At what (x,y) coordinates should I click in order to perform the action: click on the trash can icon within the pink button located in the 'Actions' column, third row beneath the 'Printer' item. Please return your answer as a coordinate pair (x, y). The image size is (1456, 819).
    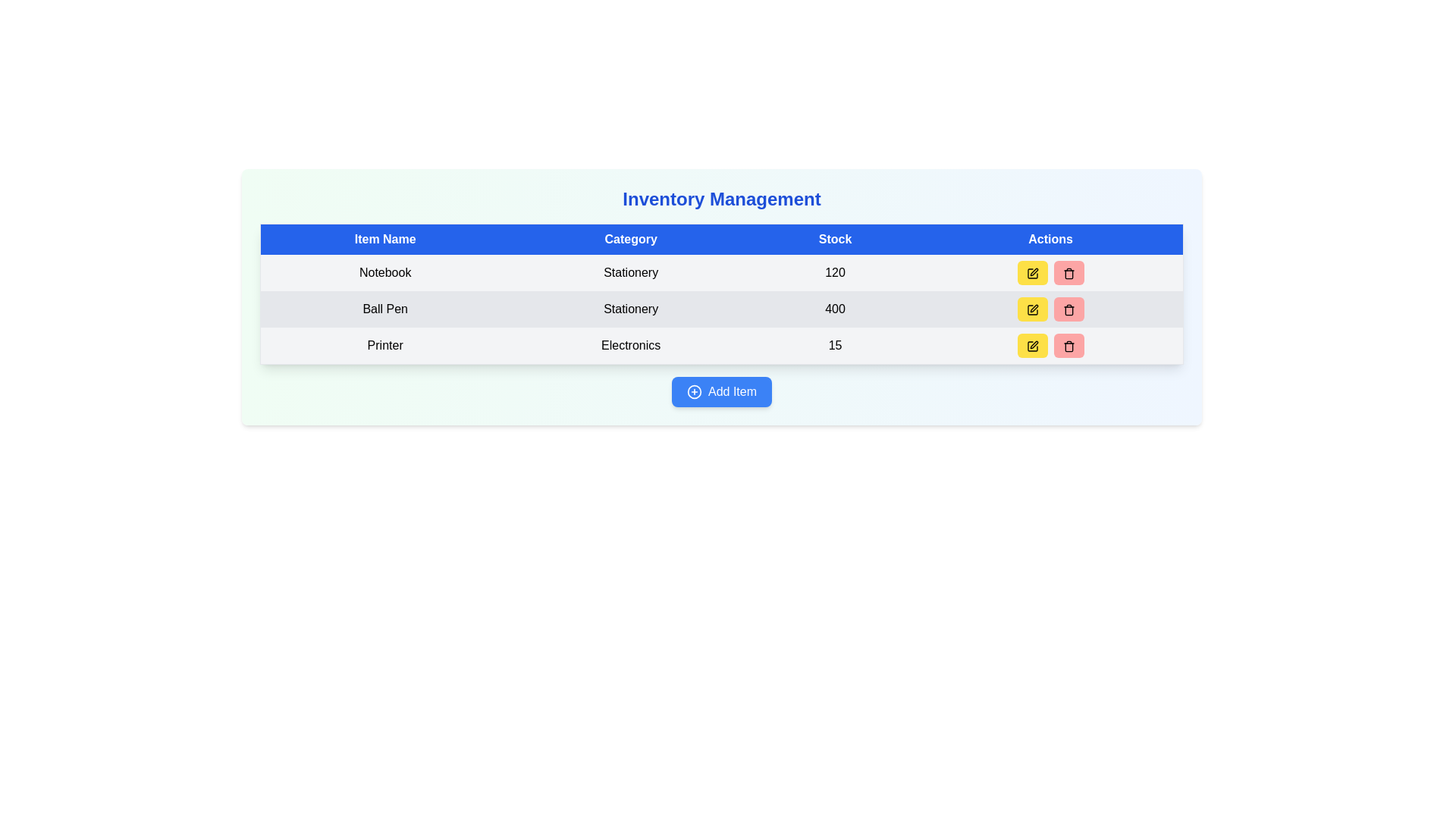
    Looking at the image, I should click on (1068, 273).